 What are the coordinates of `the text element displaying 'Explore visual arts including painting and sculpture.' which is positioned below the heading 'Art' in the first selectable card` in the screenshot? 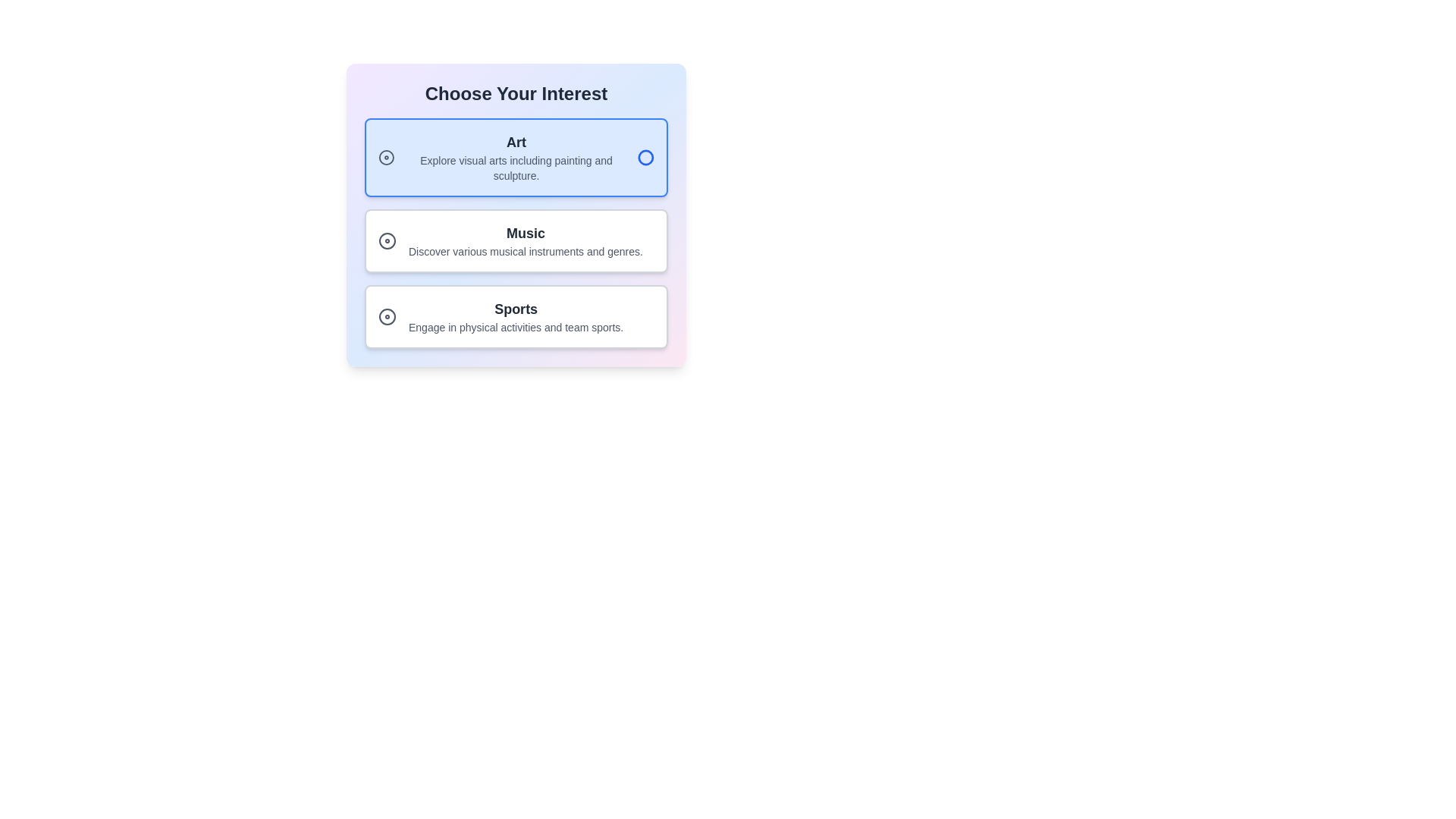 It's located at (516, 168).